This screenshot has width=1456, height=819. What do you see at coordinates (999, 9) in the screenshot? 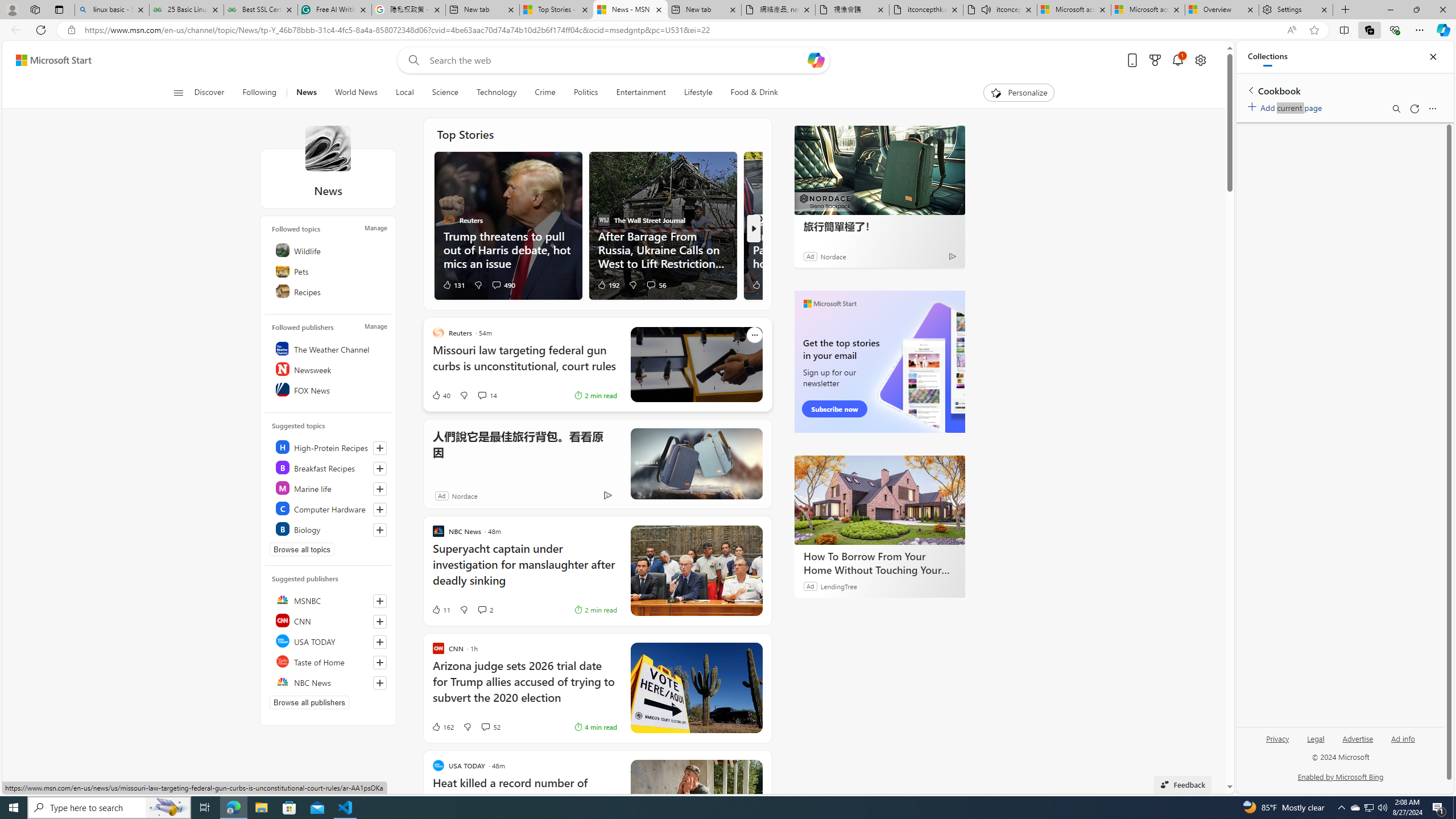
I see `'itconcepthk.com/projector_solutions.mp4 - Audio playing'` at bounding box center [999, 9].